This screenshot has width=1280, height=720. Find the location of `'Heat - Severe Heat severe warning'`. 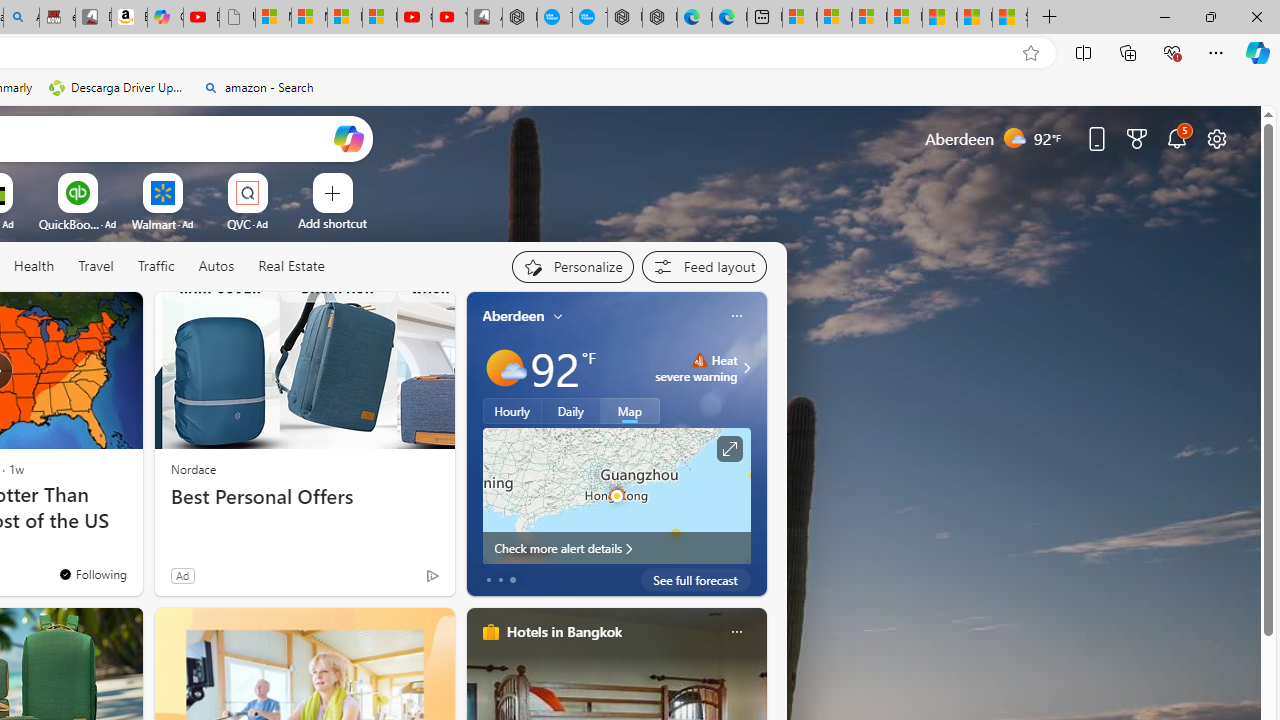

'Heat - Severe Heat severe warning' is located at coordinates (696, 367).